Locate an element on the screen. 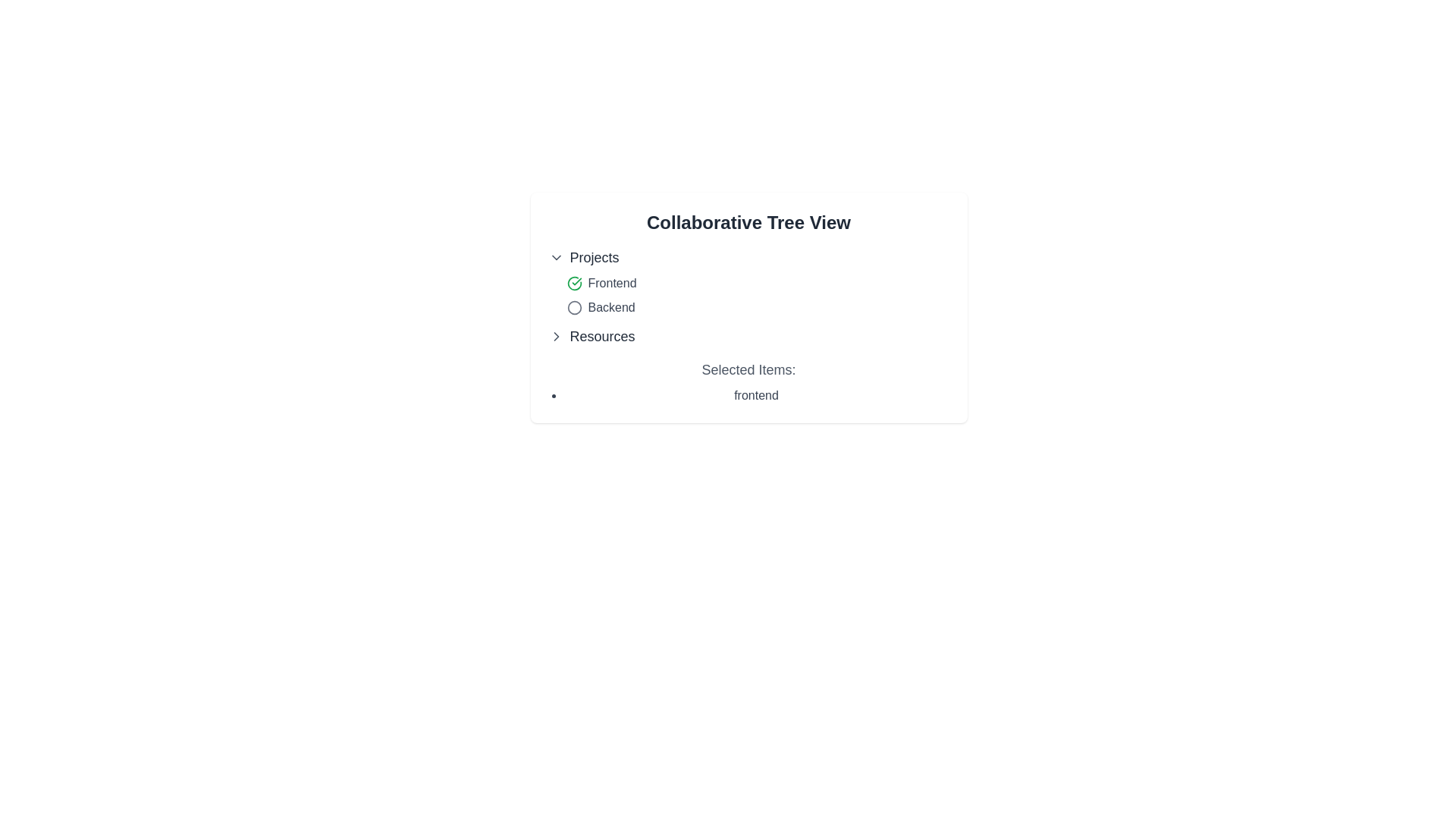  the hollow circle SVG graphic located next to the 'Backend' label in the 'Projects' section of the tree view is located at coordinates (573, 307).